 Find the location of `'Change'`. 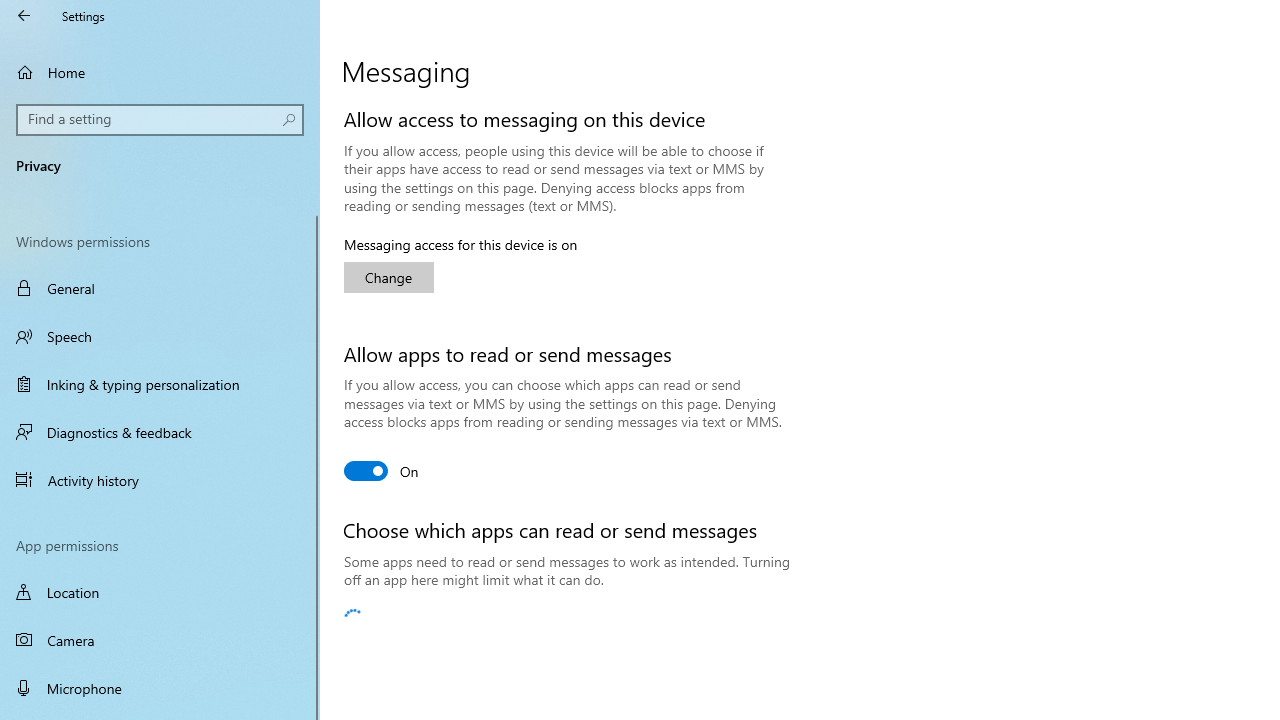

'Change' is located at coordinates (389, 277).